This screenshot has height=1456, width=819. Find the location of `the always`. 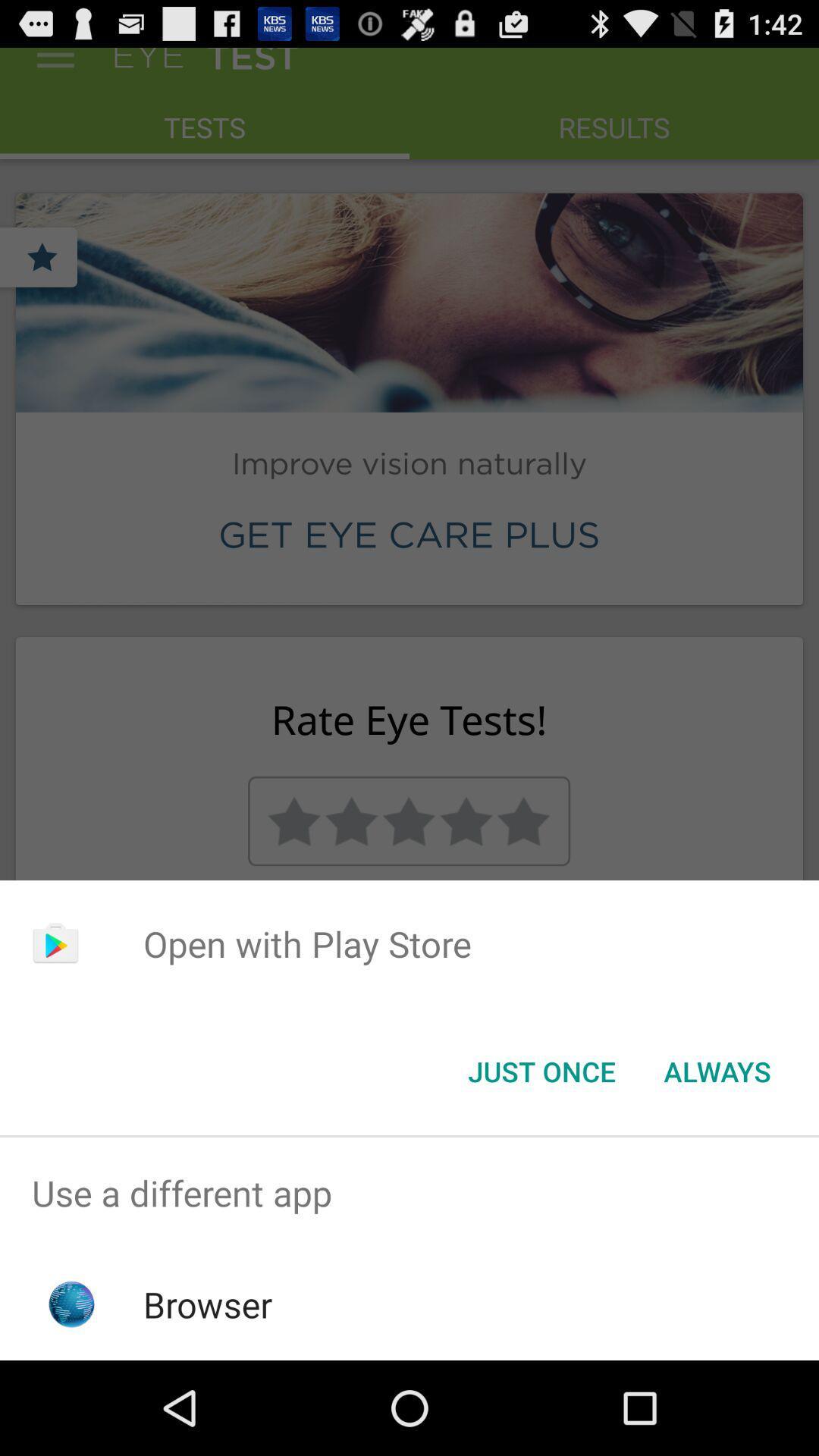

the always is located at coordinates (717, 1070).